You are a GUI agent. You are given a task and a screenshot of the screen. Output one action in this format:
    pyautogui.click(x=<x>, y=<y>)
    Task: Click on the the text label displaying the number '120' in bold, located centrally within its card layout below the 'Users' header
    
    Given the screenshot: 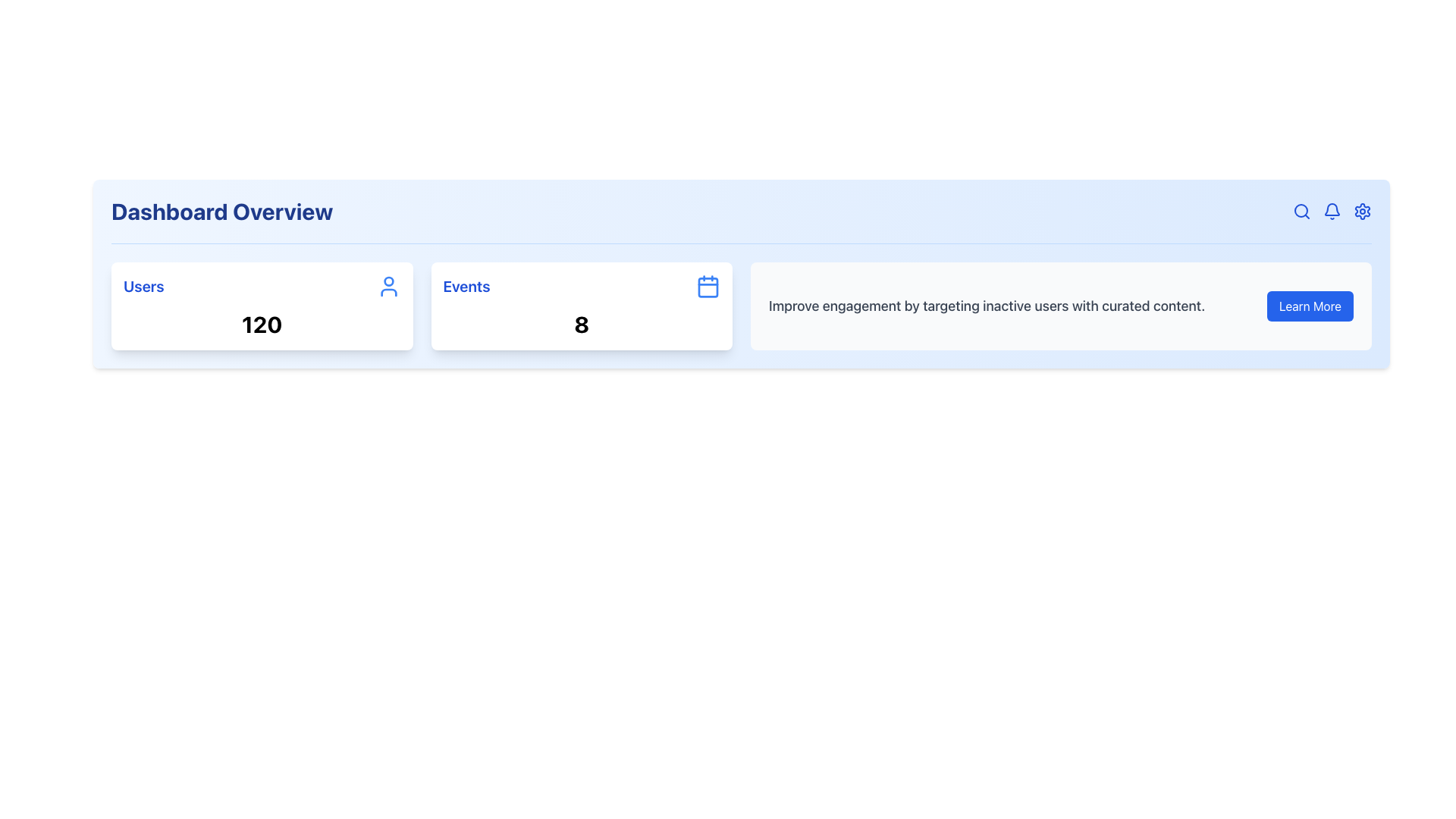 What is the action you would take?
    pyautogui.click(x=262, y=324)
    